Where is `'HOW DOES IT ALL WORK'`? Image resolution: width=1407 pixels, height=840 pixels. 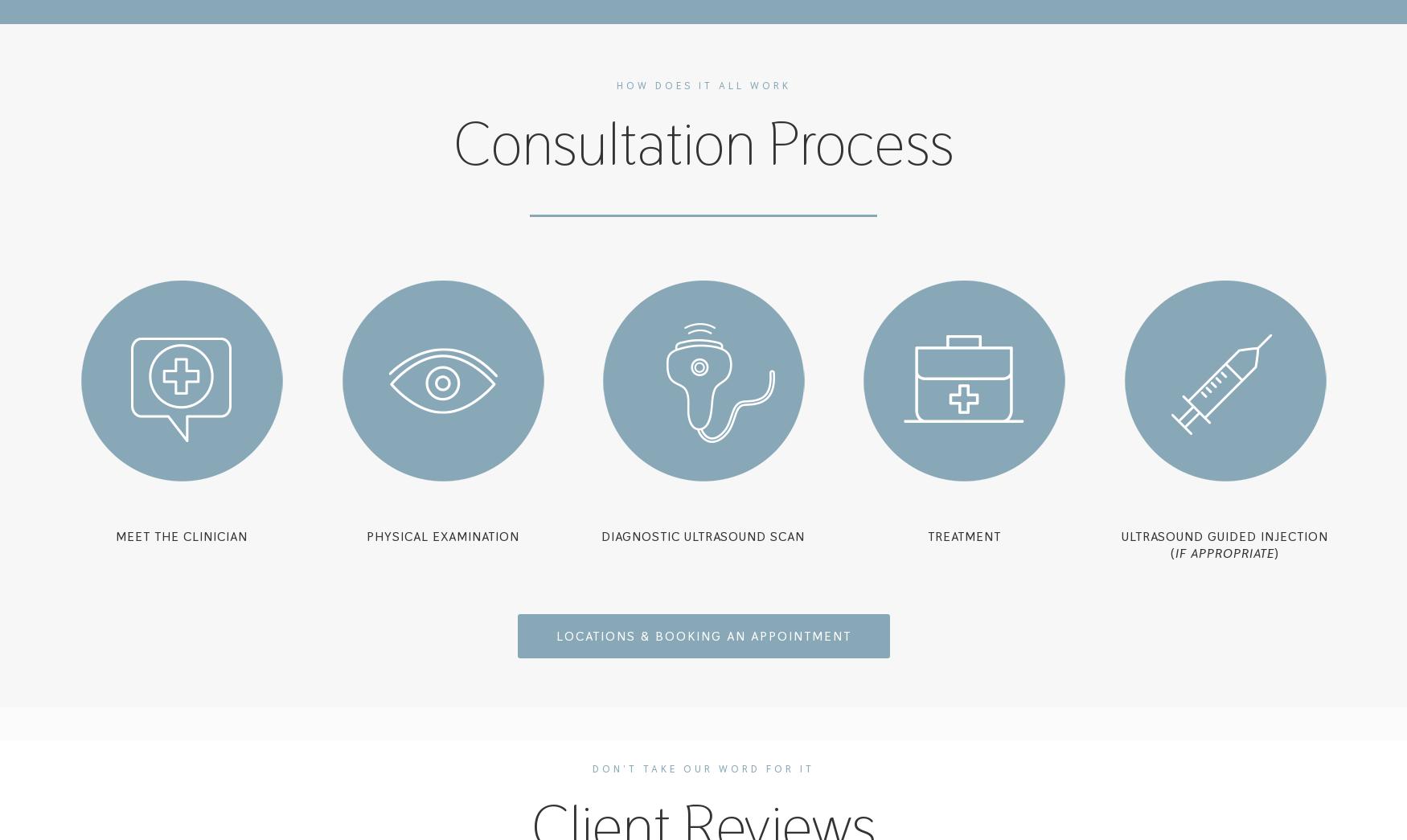
'HOW DOES IT ALL WORK' is located at coordinates (614, 85).